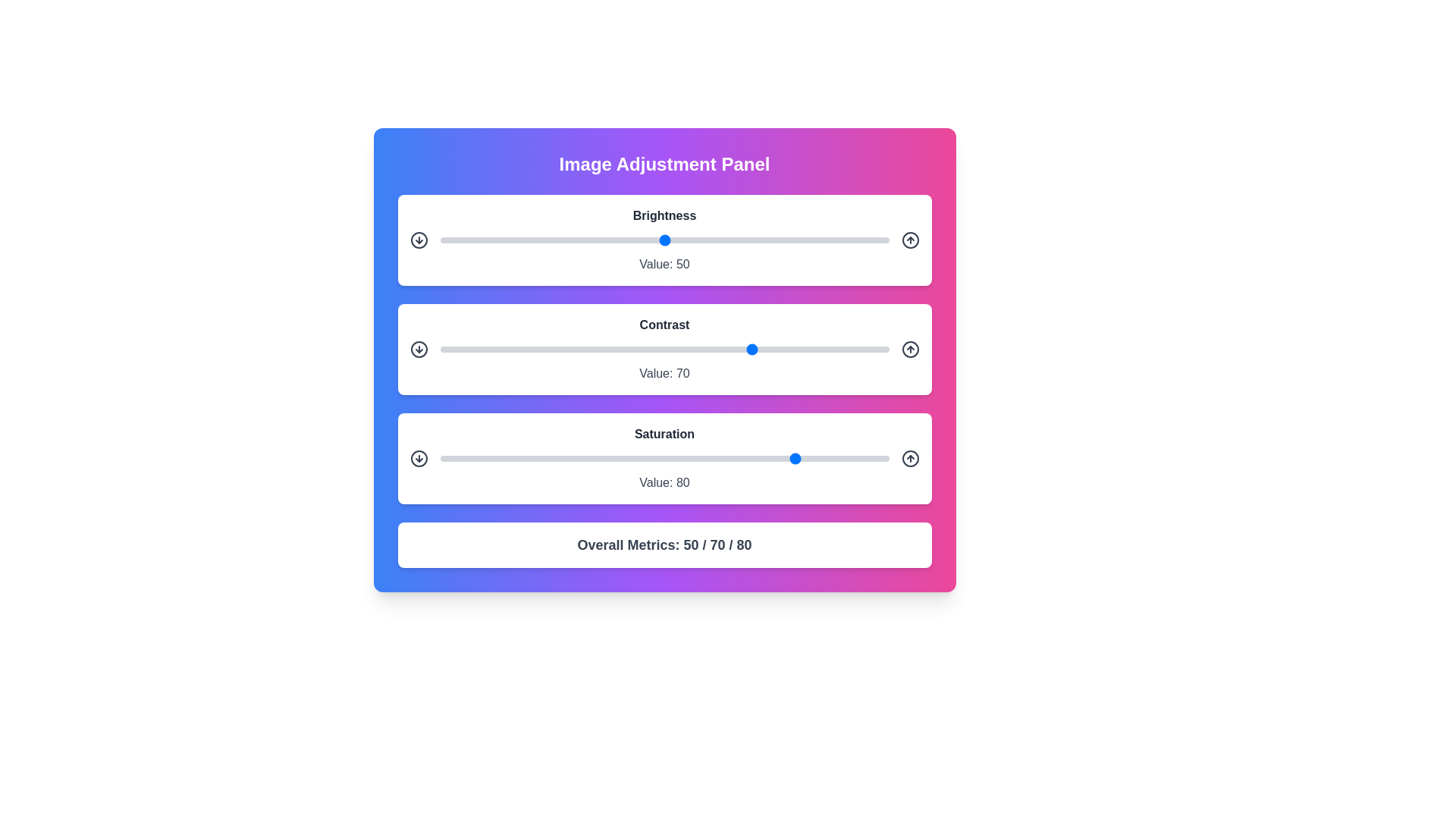 This screenshot has width=1456, height=819. Describe the element at coordinates (642, 239) in the screenshot. I see `brightness` at that location.